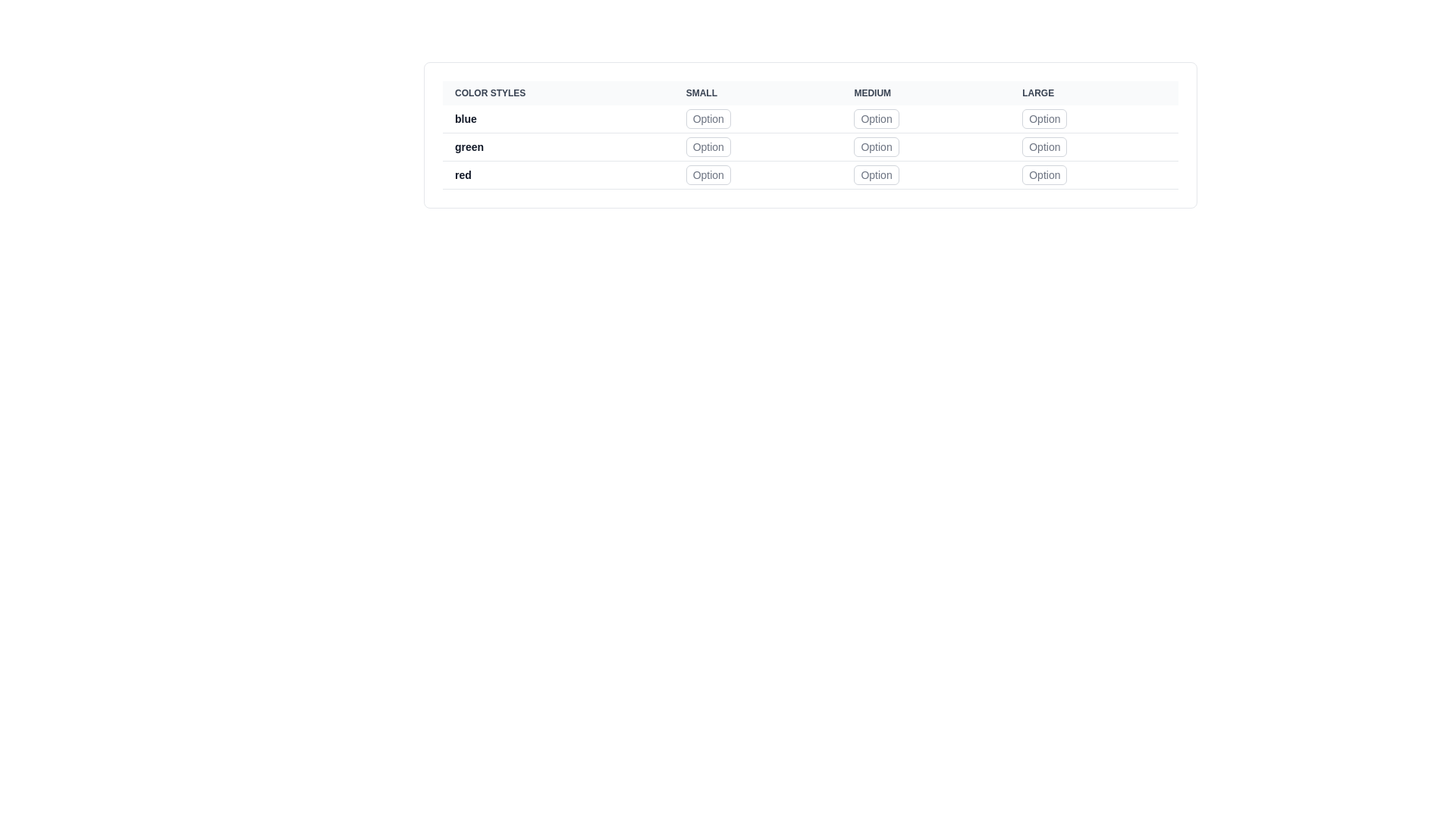  I want to click on properties of the static label with the text 'Option' located in the second column of the third row under the 'red' header, so click(925, 174).